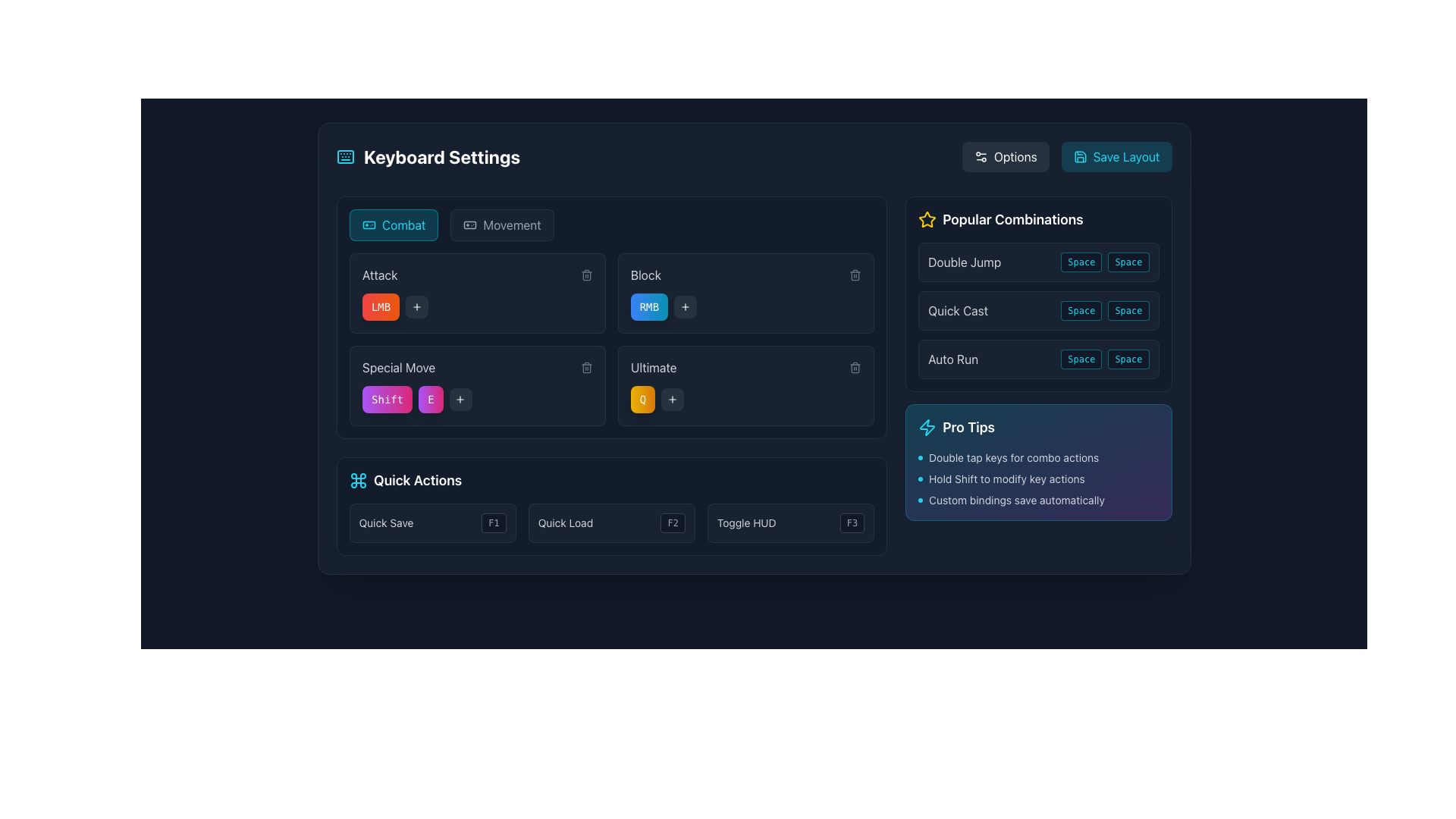  I want to click on the button for adding or editing a setting related to the 'Attack' action in the 'Keyboard Settings' panel, so click(416, 307).